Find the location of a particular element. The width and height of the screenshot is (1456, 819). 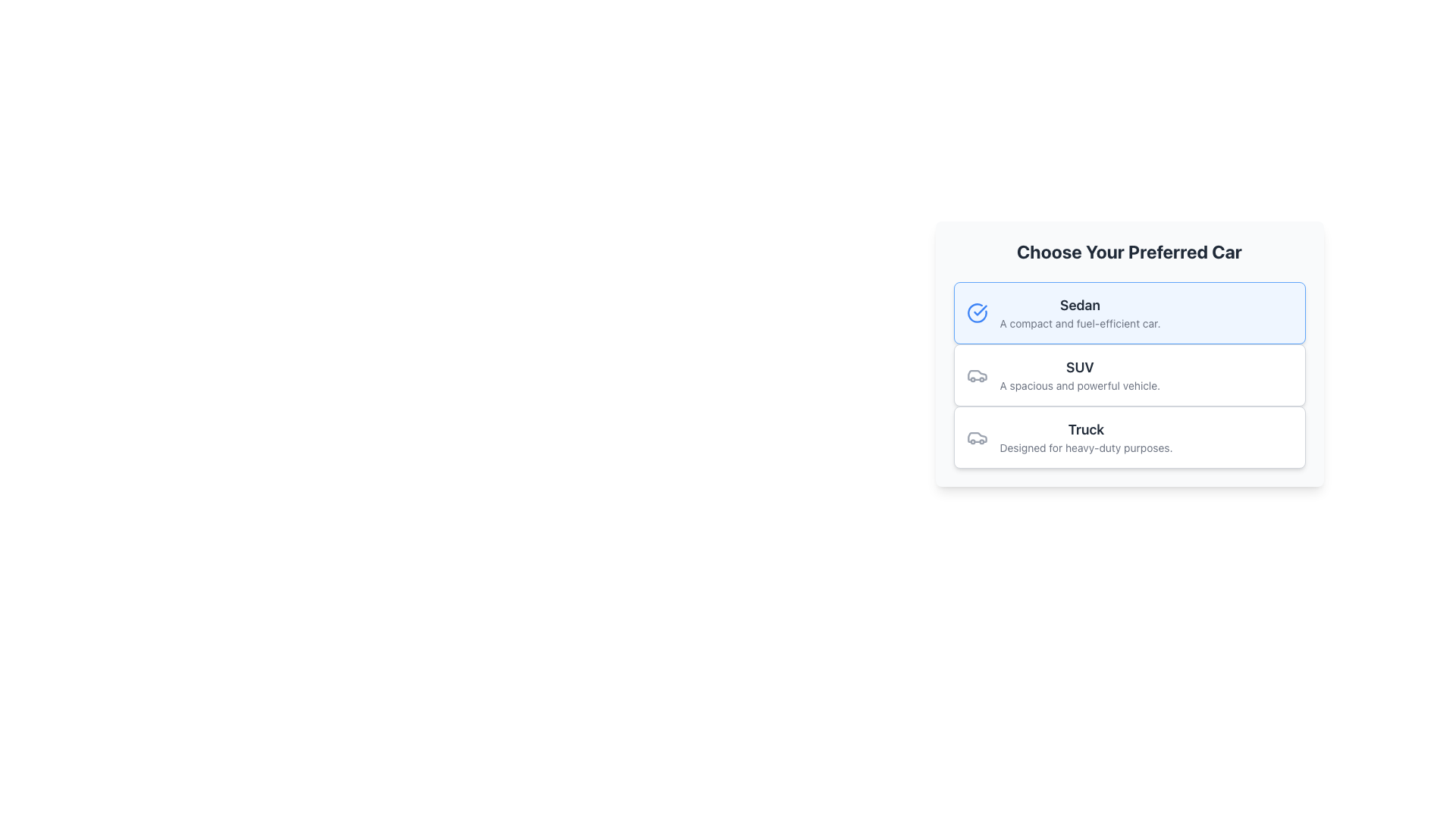

the bolded text label that describes the 'SUV' option, which is centrally located above the description and icon in the second option of the triplet list is located at coordinates (1079, 368).